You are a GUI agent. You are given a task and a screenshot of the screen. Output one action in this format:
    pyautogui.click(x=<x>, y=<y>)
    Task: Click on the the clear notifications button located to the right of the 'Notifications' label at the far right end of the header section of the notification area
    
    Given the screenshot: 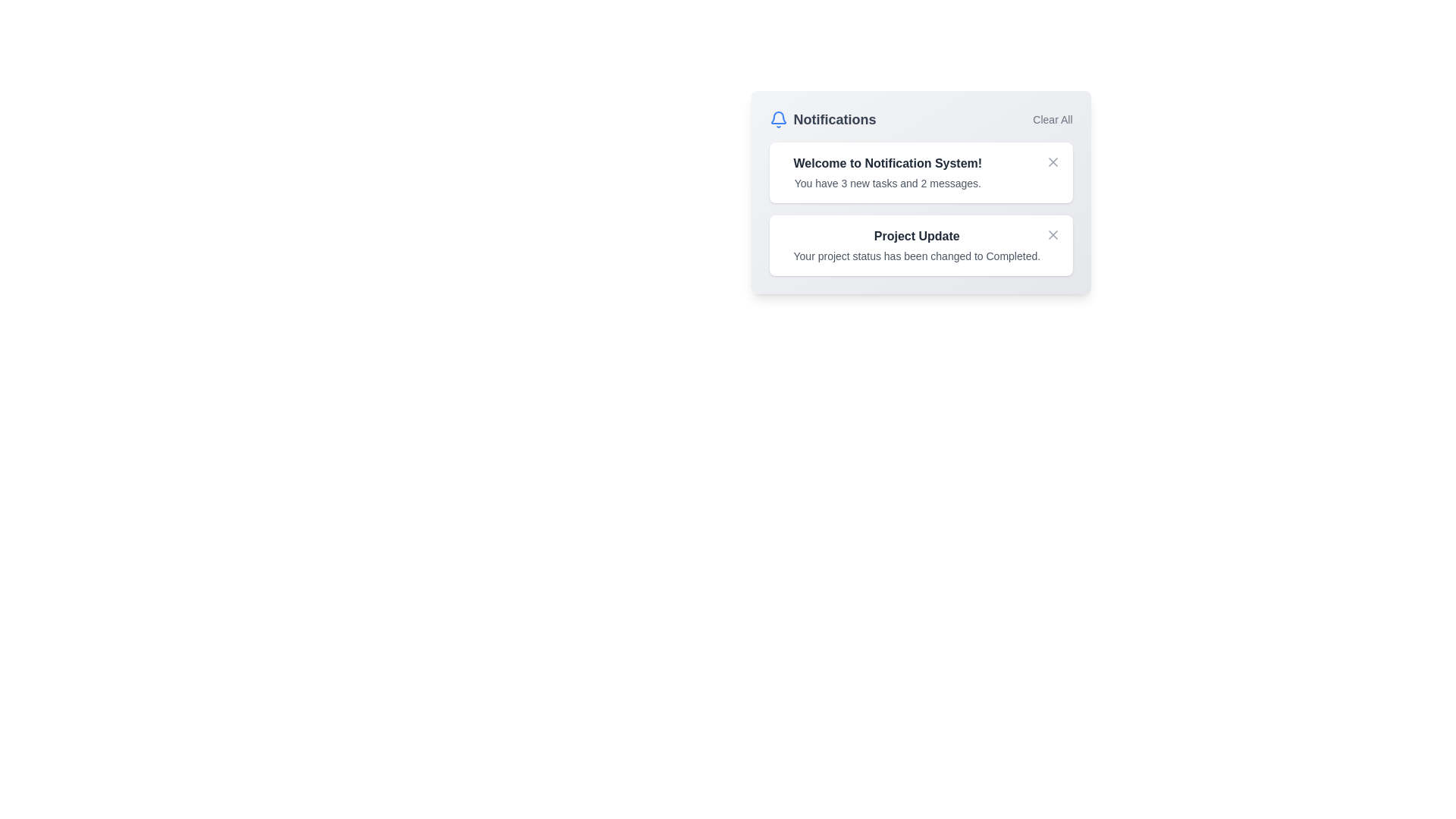 What is the action you would take?
    pyautogui.click(x=1051, y=119)
    